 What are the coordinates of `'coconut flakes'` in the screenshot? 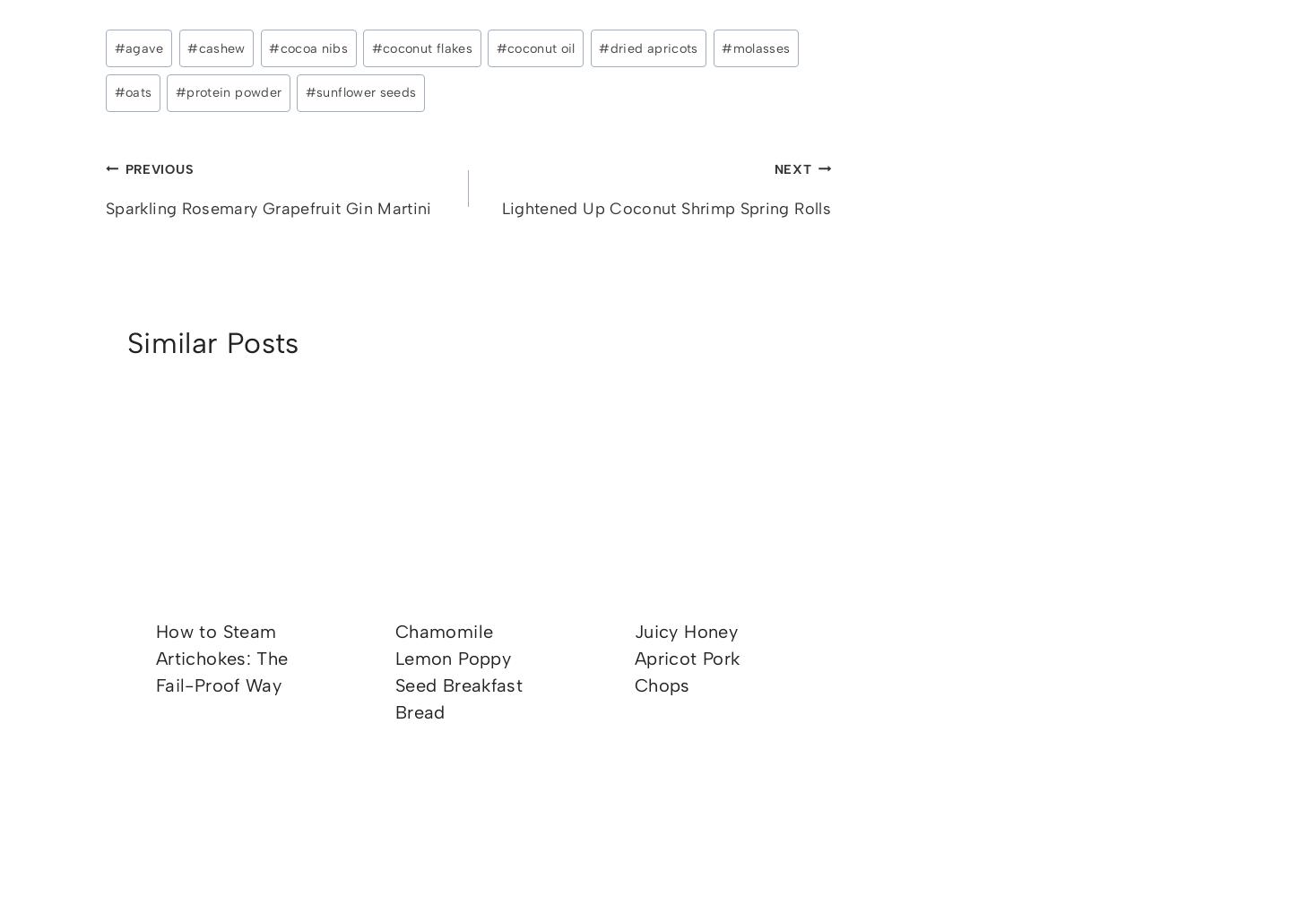 It's located at (427, 47).